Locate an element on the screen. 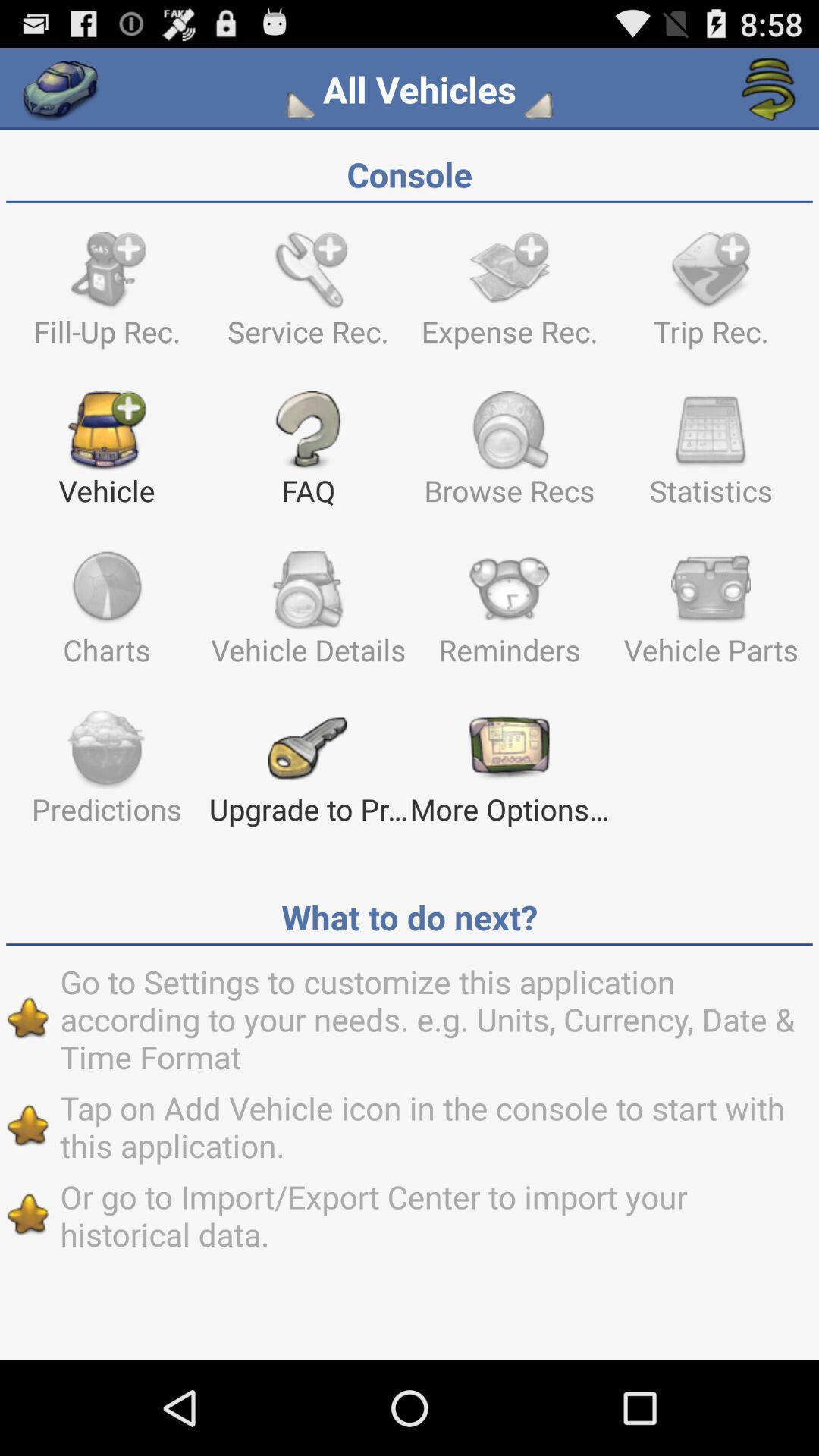 This screenshot has width=819, height=1456. the item to the left of more options... icon is located at coordinates (307, 774).